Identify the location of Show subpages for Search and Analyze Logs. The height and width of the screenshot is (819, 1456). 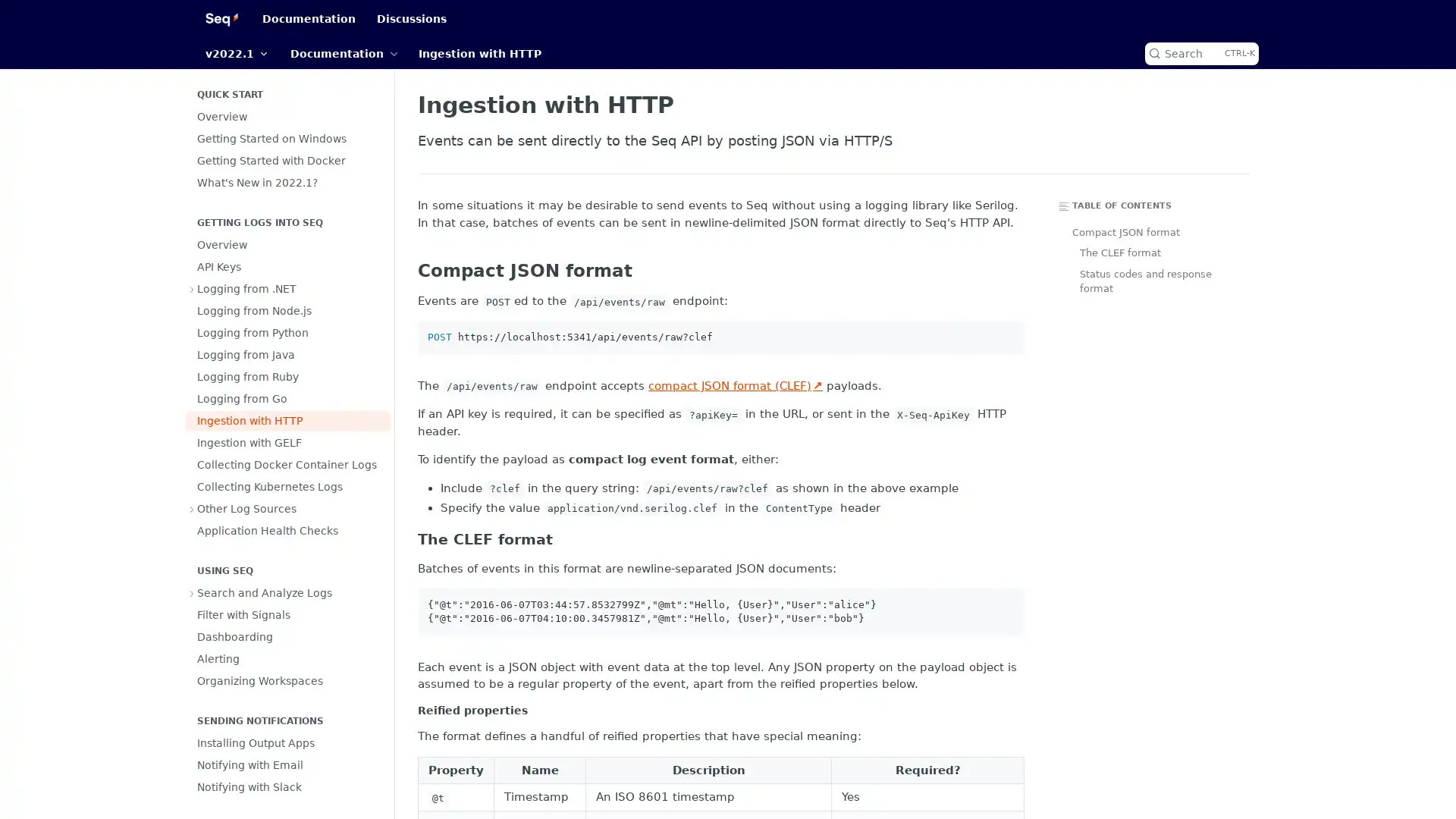
(192, 592).